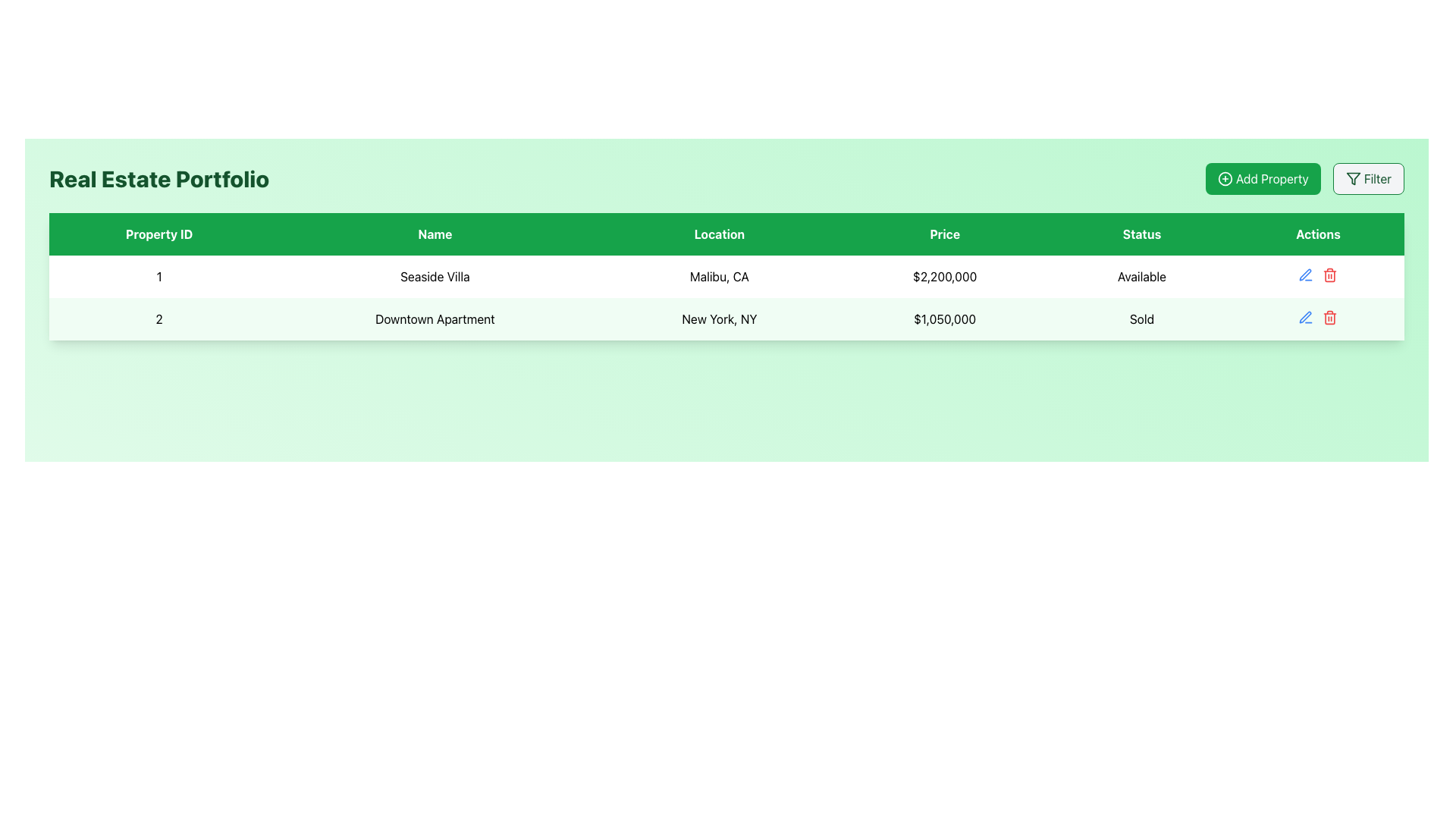 The width and height of the screenshot is (1456, 819). I want to click on the filter icon located within the 'Filter' button at the top right corner of the interface, so click(1353, 177).